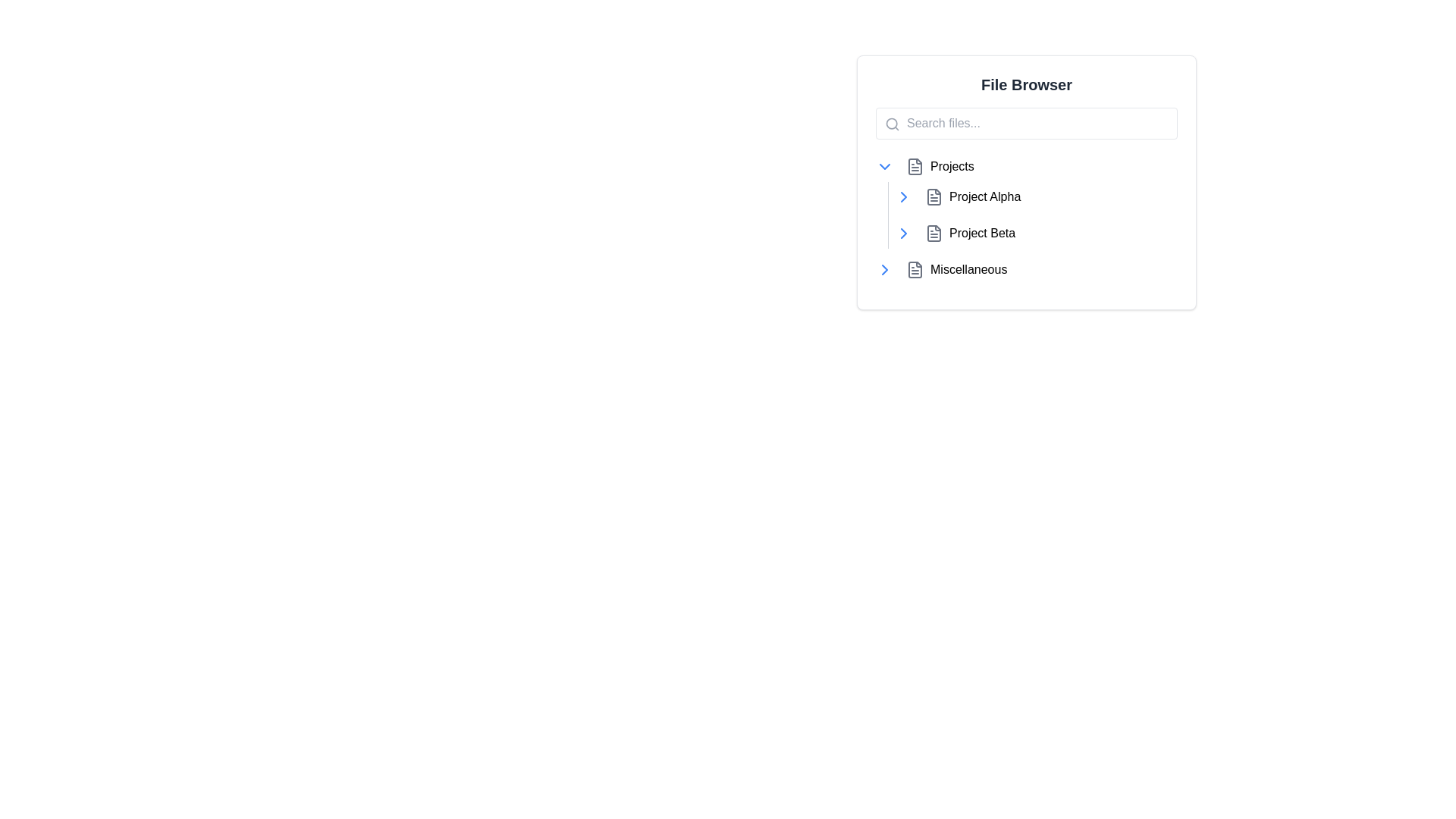 Image resolution: width=1456 pixels, height=819 pixels. What do you see at coordinates (1035, 234) in the screenshot?
I see `the 'Project Beta' selectable list item in the file browser` at bounding box center [1035, 234].